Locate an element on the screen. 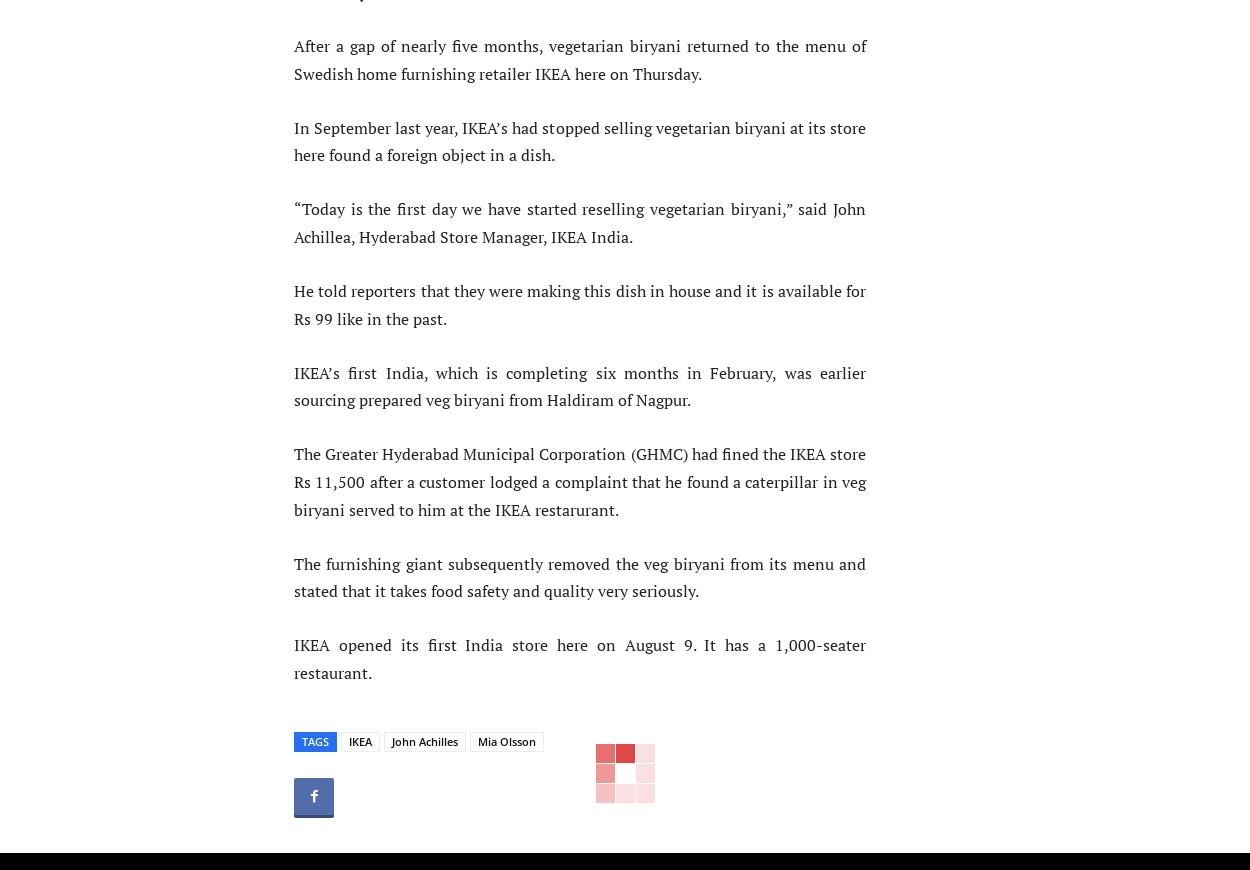  'In September last year, IKEA’s had stopped selling vegetarian biryani at its store here found a foreign object in a dish.' is located at coordinates (579, 140).